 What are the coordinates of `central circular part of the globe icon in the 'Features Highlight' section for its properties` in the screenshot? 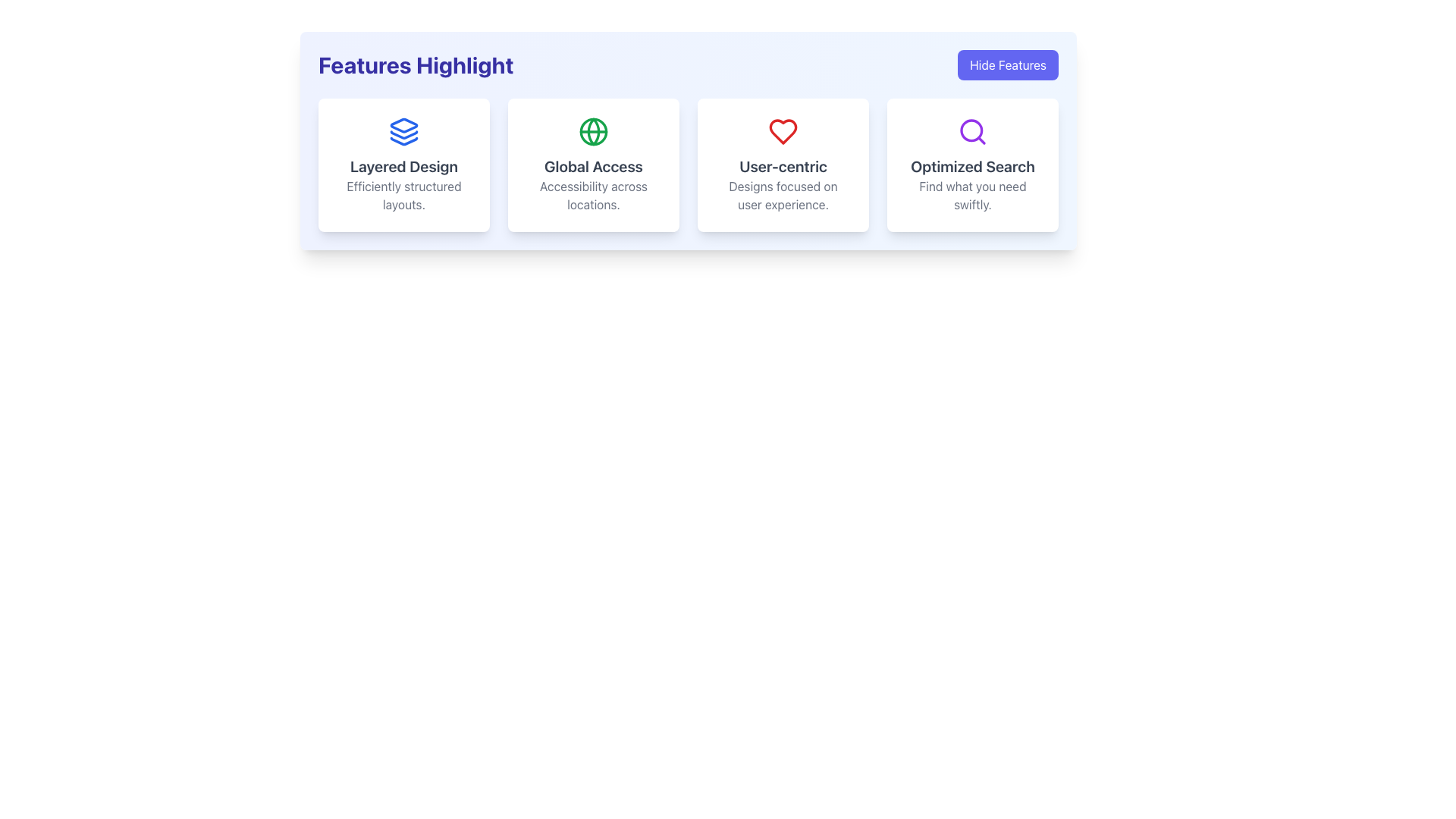 It's located at (592, 130).